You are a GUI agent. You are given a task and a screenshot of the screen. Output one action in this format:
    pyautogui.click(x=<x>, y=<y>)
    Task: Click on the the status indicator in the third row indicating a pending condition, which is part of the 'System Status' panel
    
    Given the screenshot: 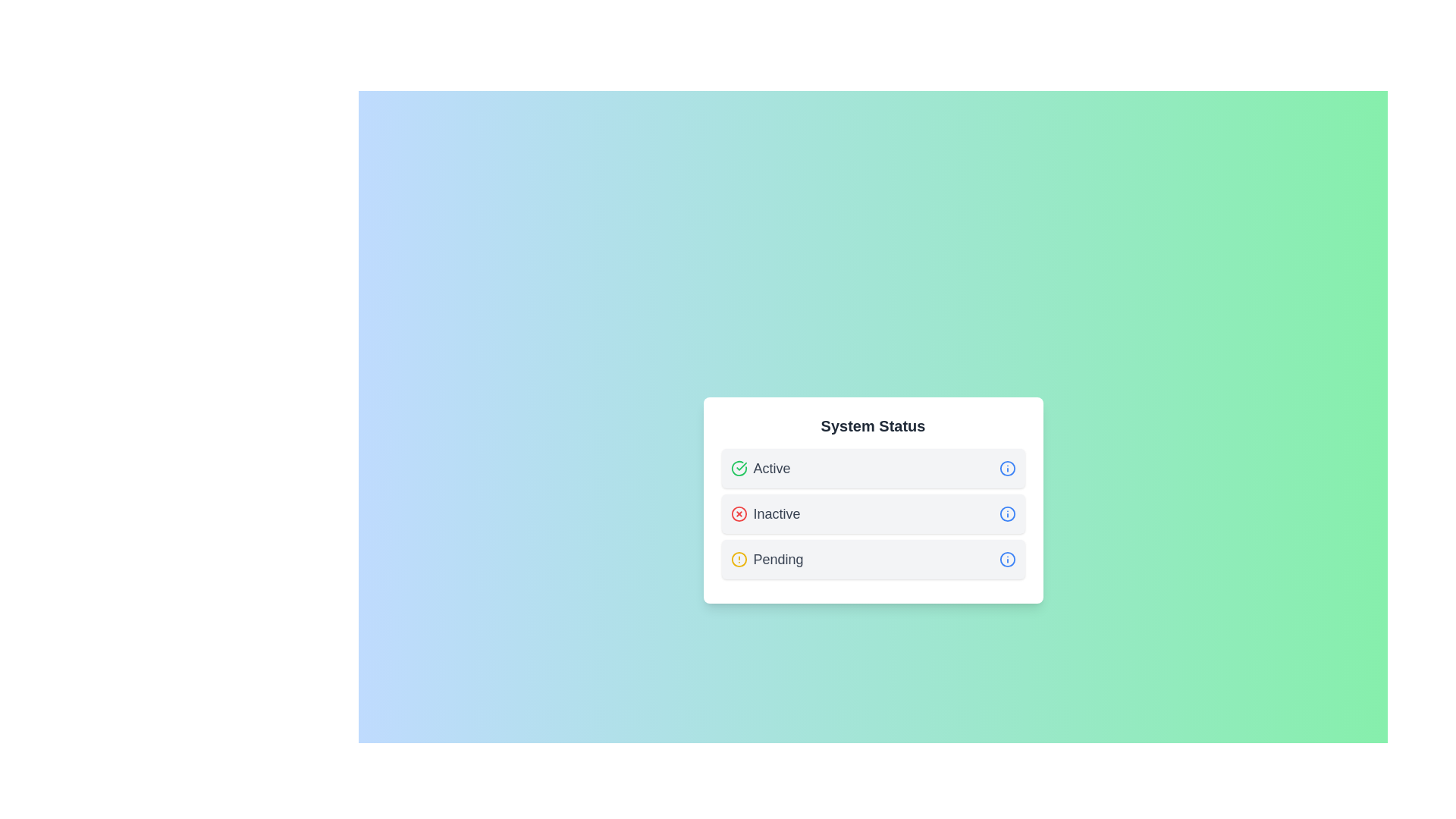 What is the action you would take?
    pyautogui.click(x=767, y=559)
    